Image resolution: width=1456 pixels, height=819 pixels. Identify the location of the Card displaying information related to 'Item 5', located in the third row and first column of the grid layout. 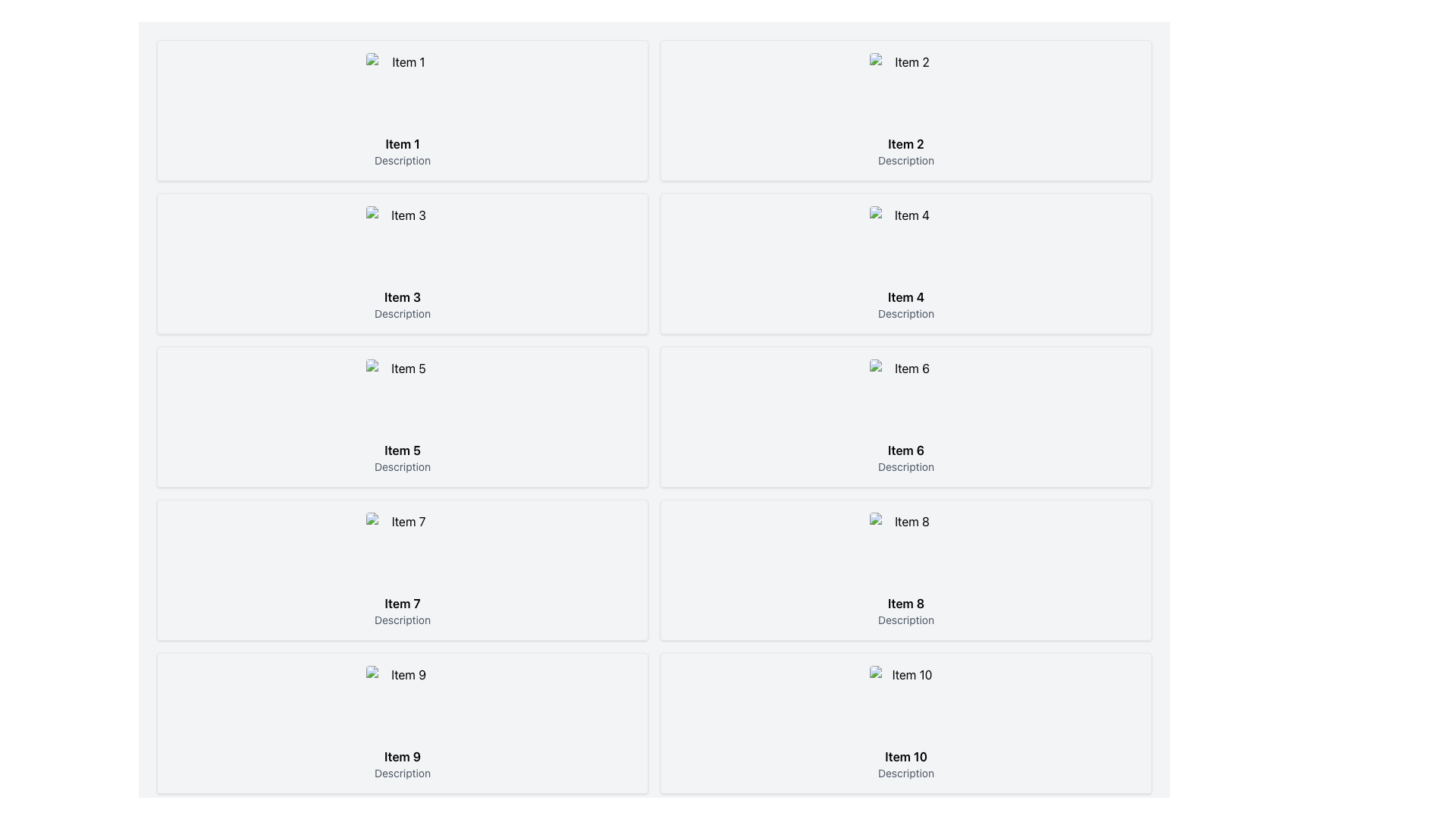
(403, 417).